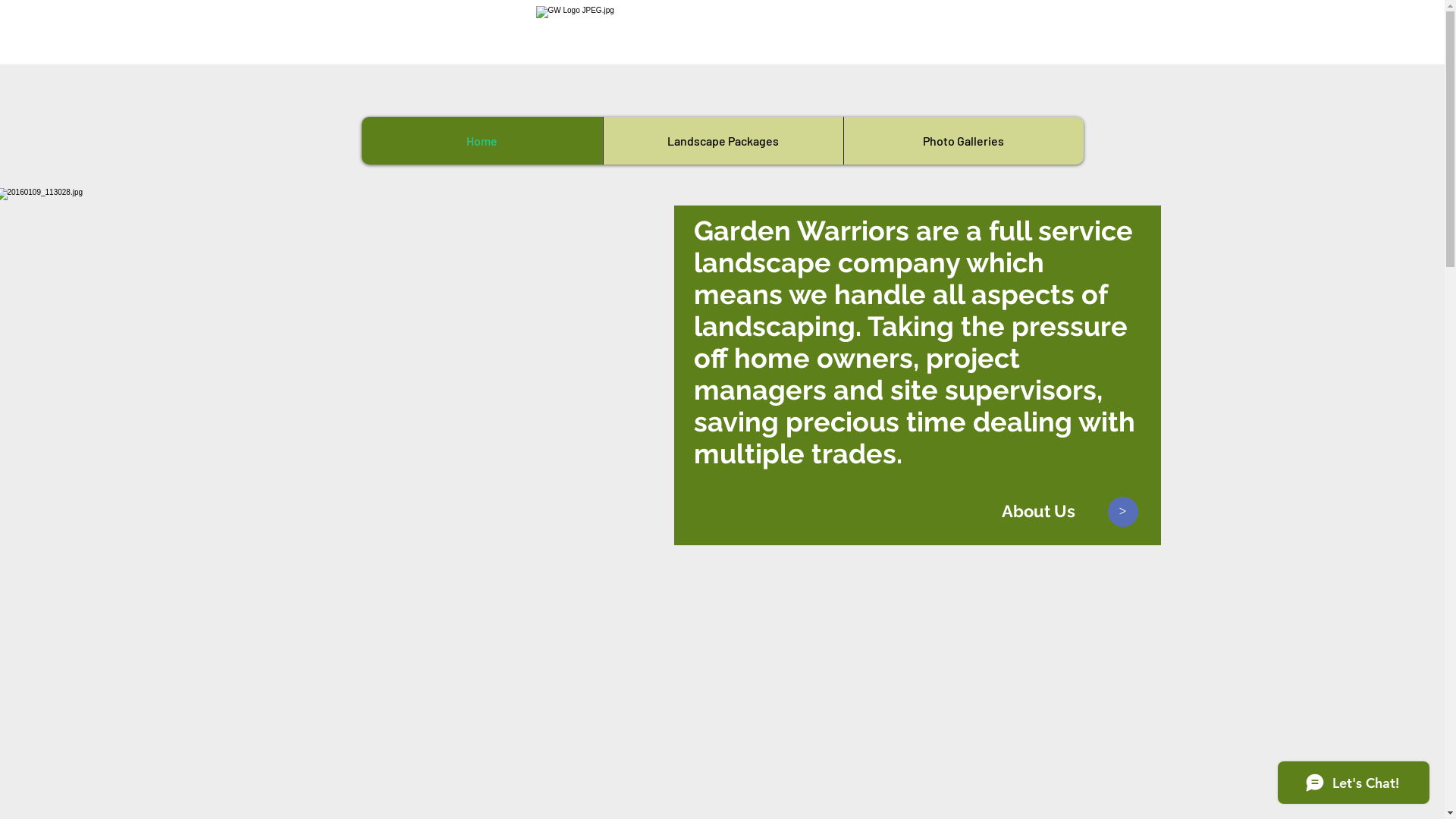  Describe the element at coordinates (1123, 512) in the screenshot. I see `'>'` at that location.